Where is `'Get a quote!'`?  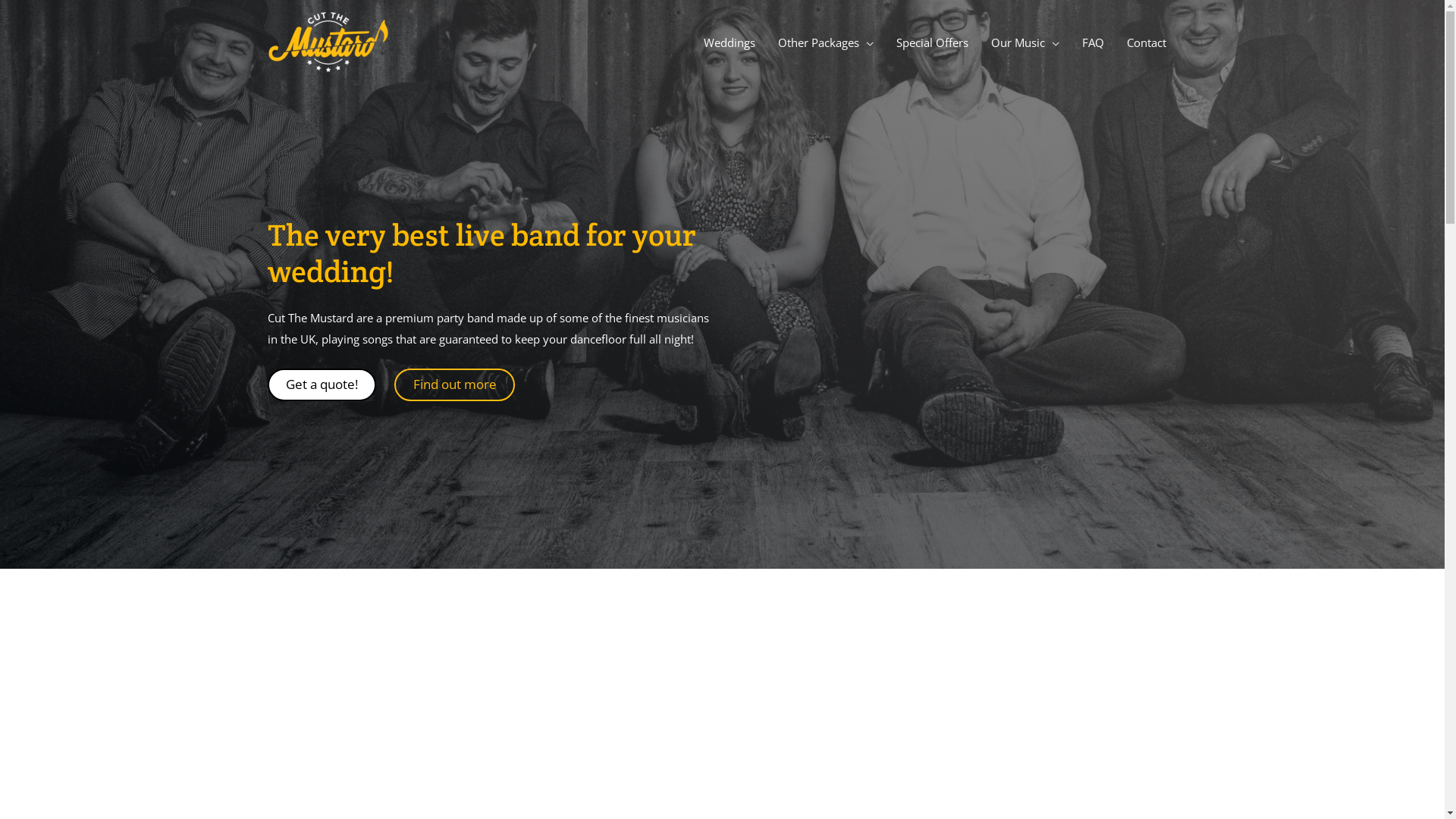 'Get a quote!' is located at coordinates (266, 384).